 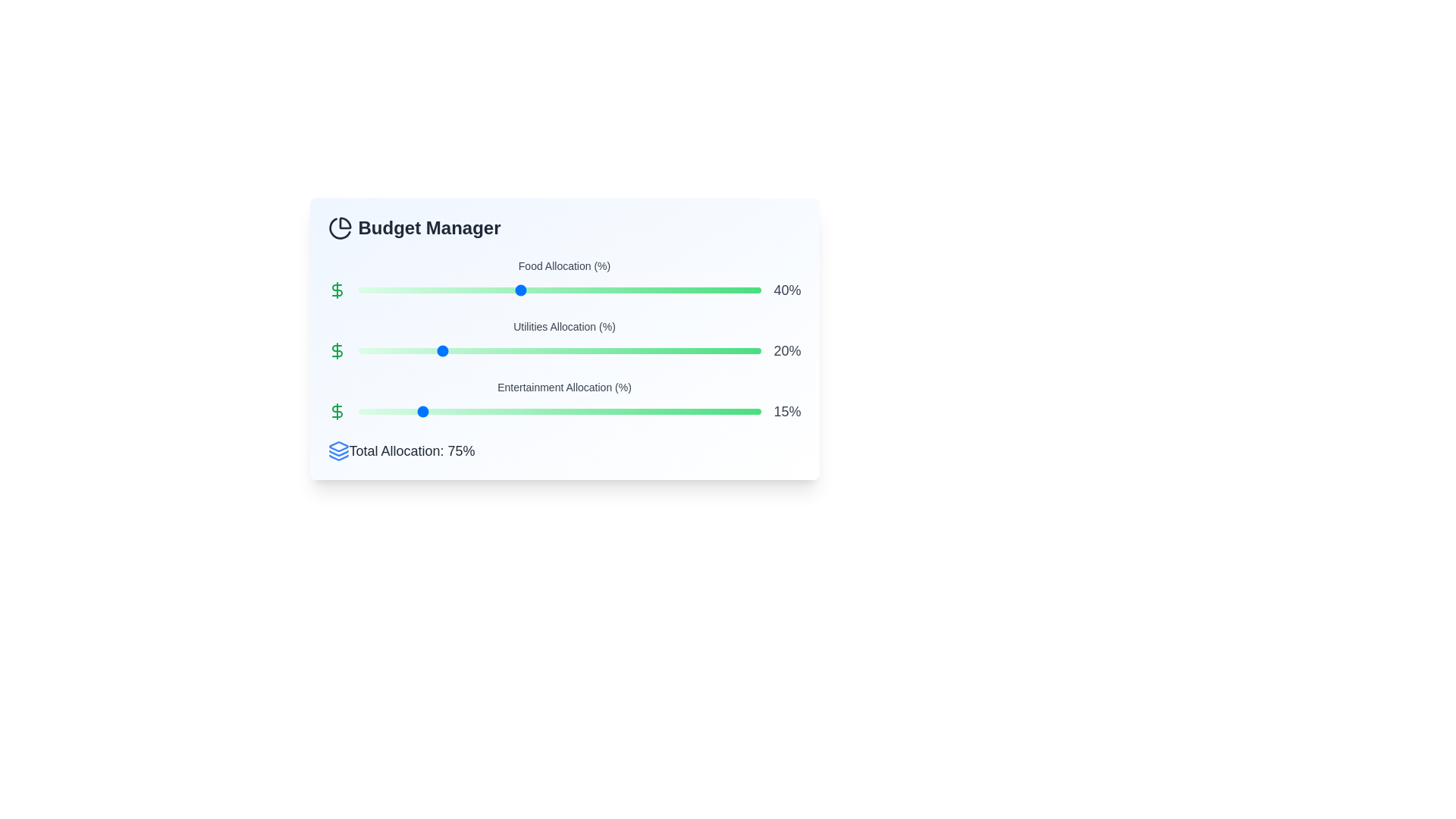 I want to click on the Utilities Allocation slider to 38%, so click(x=511, y=350).